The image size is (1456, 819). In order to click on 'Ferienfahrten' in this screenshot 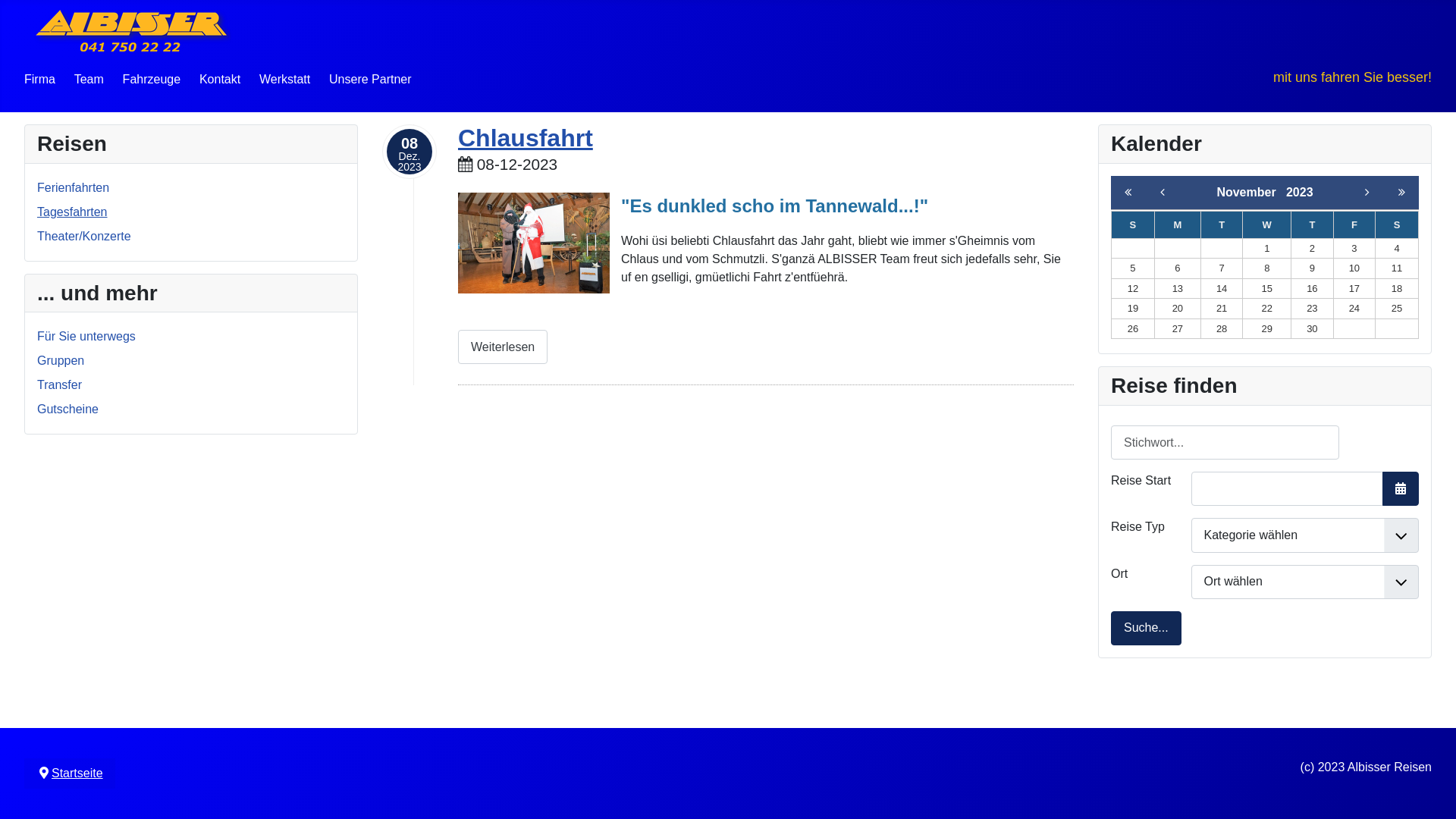, I will do `click(72, 187)`.